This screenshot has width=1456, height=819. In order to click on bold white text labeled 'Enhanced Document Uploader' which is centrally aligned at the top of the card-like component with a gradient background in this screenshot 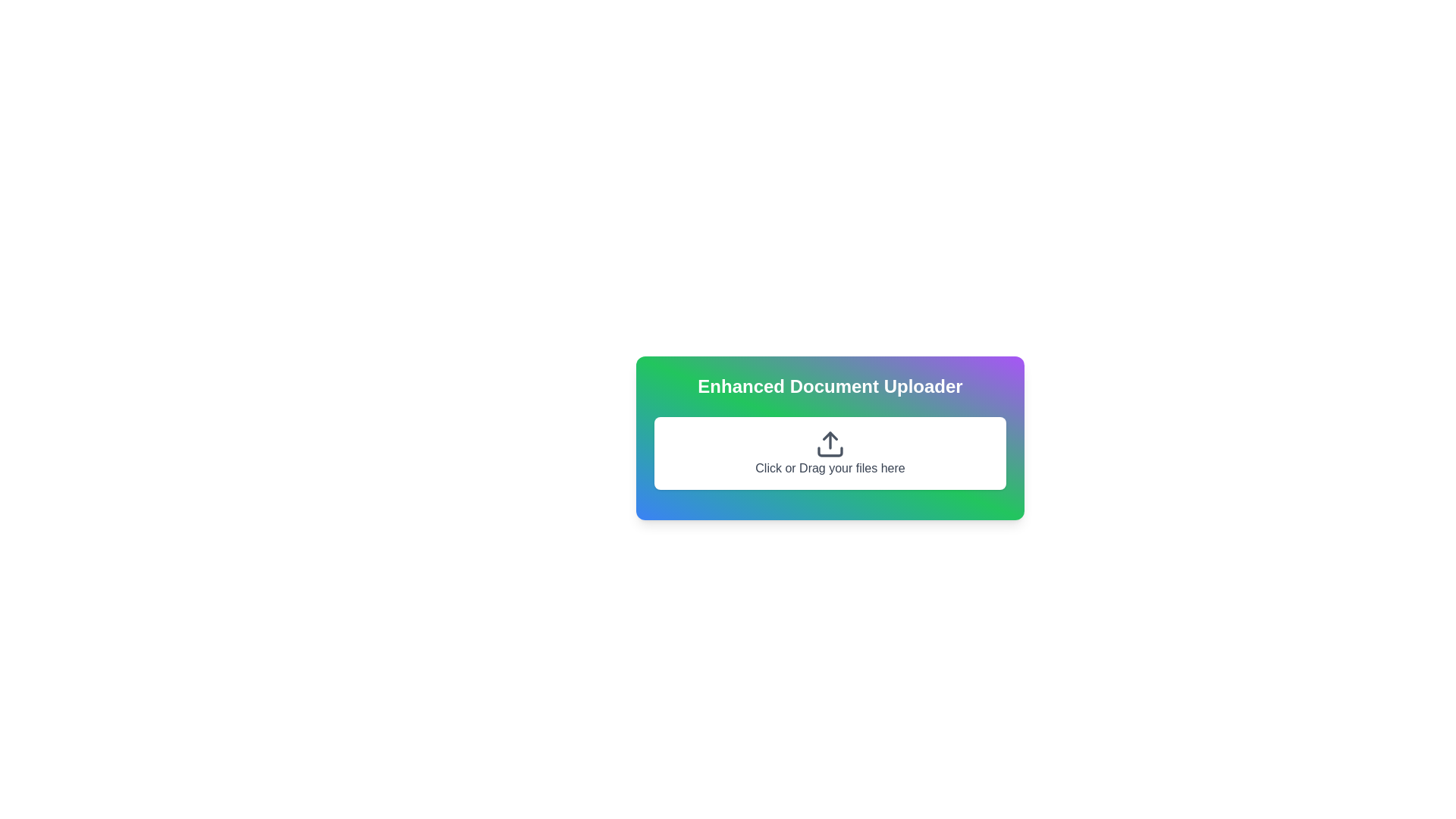, I will do `click(829, 385)`.